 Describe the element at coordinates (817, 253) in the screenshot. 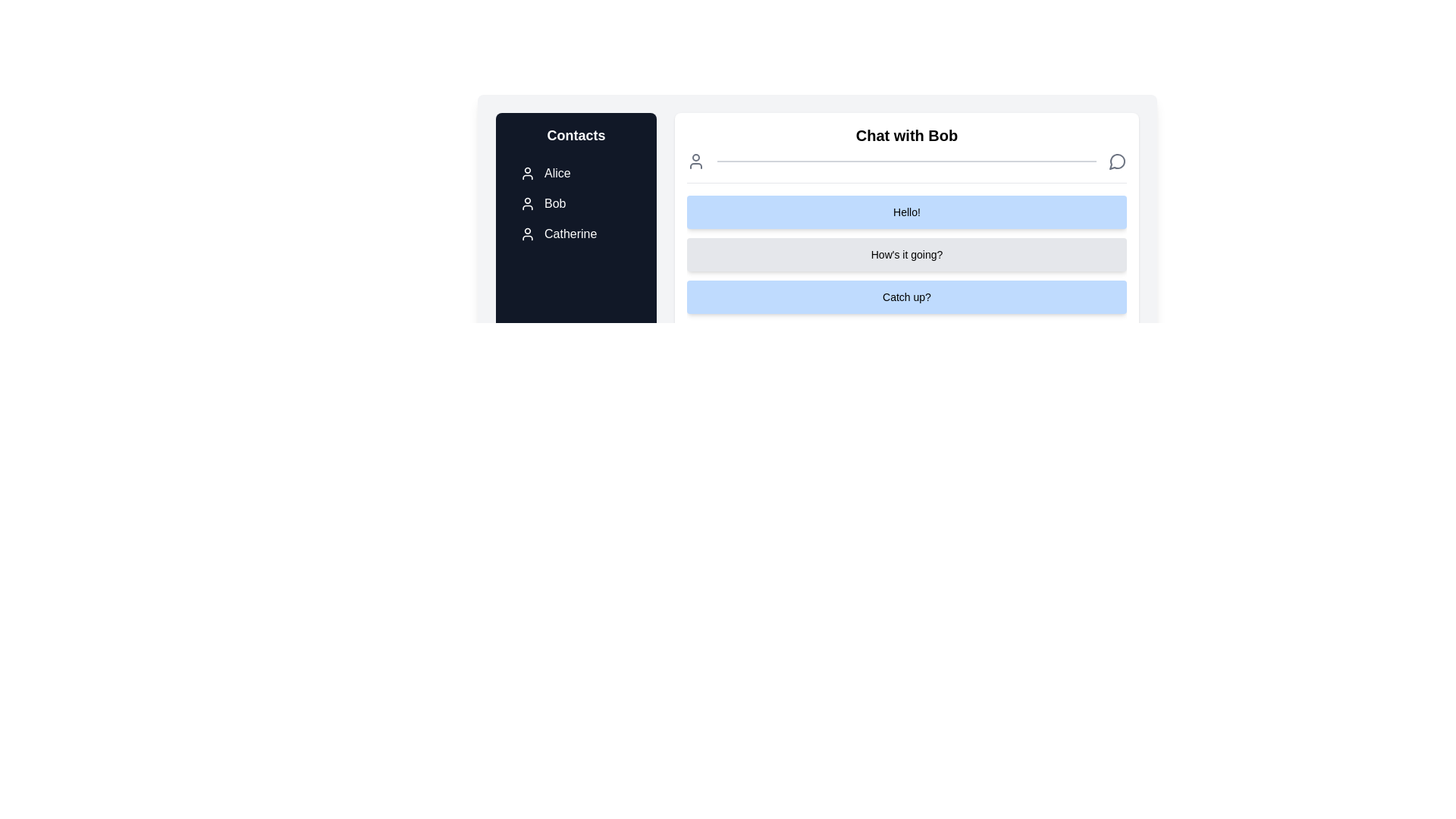

I see `the chat interface displaying a list of messages exchanged with a contact, located to the right of a contact list` at that location.